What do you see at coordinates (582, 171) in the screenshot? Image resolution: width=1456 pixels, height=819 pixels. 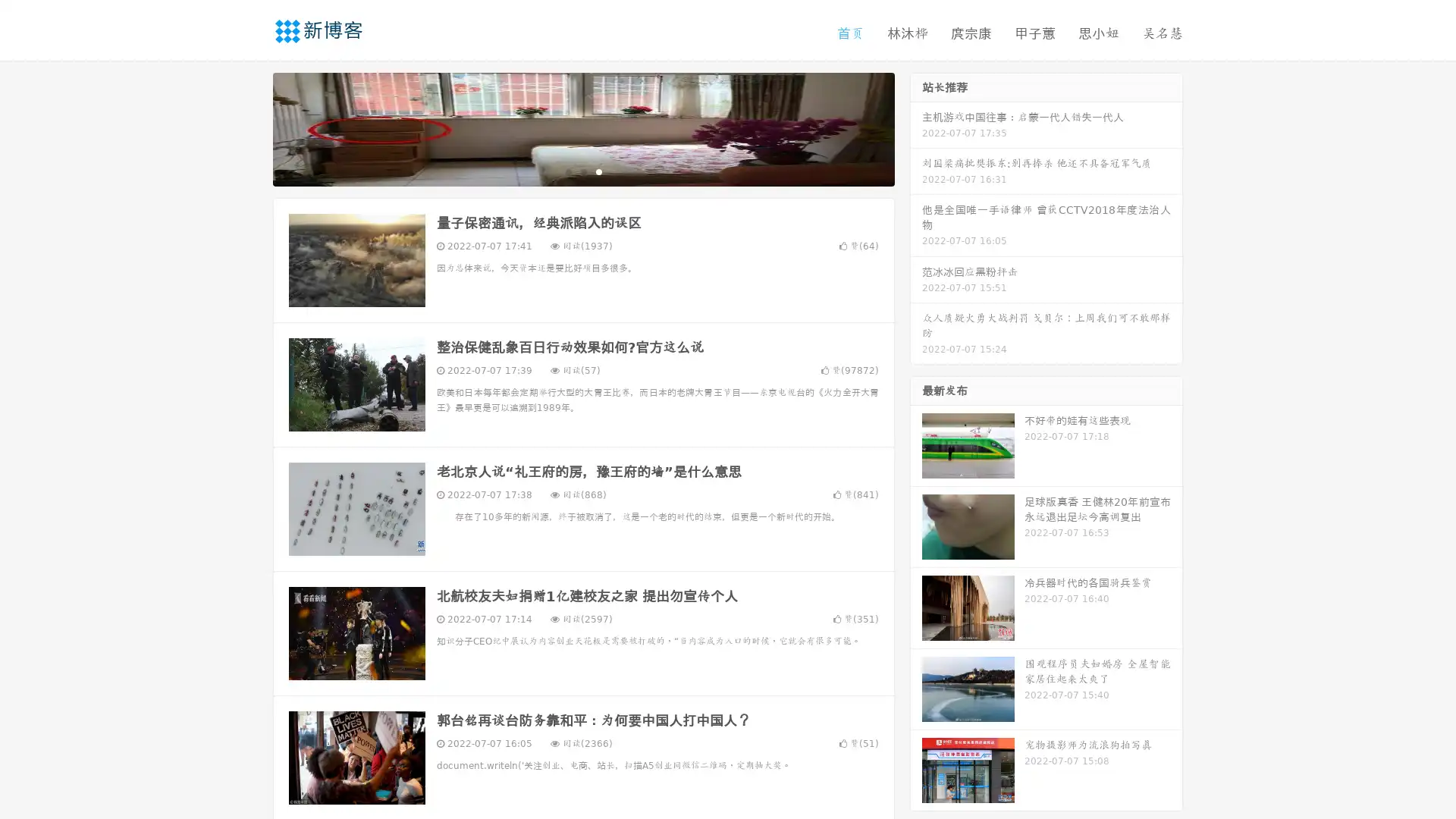 I see `Go to slide 2` at bounding box center [582, 171].